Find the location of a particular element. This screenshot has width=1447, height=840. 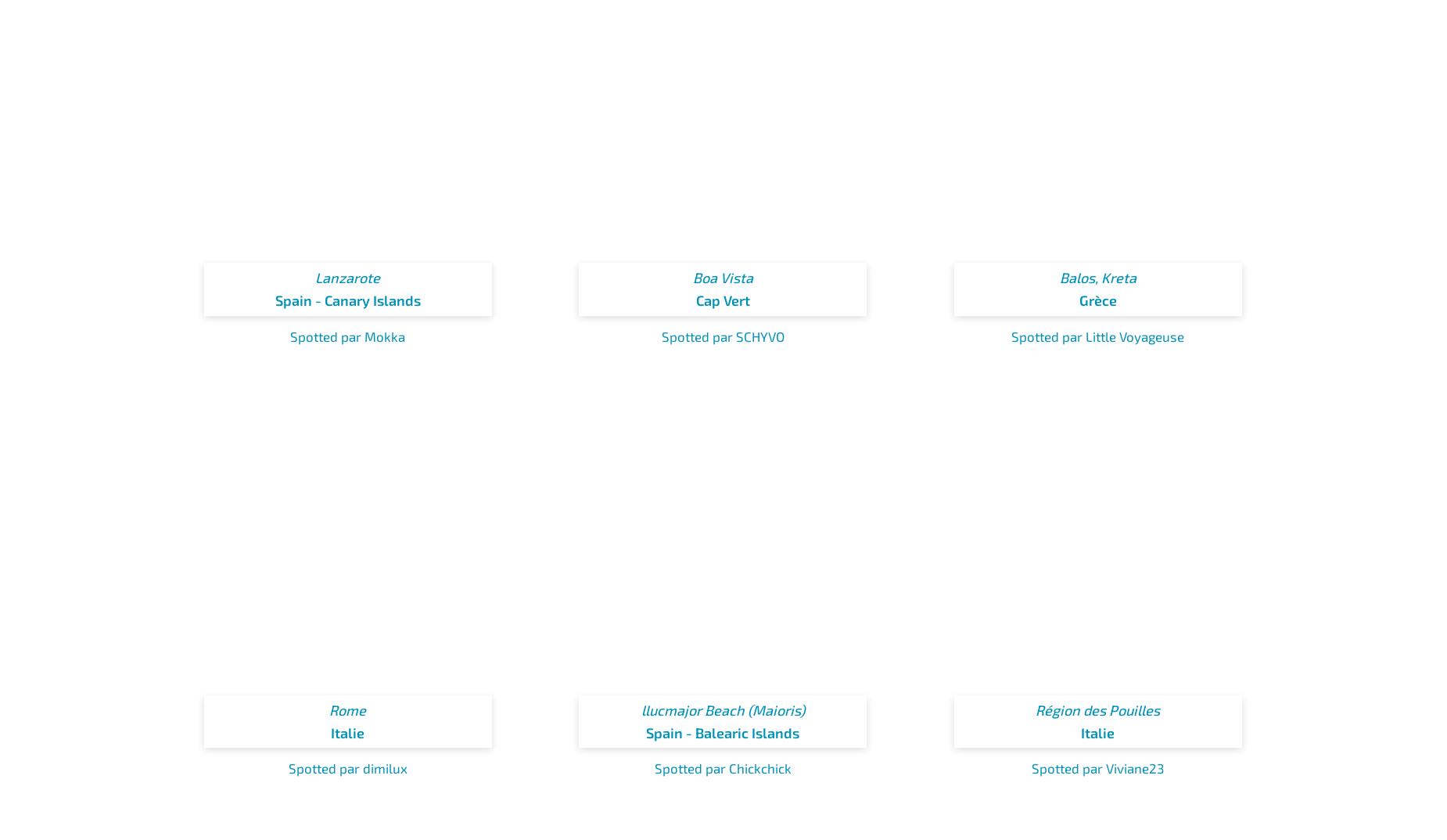

'Spotted par Little Voyageuse' is located at coordinates (1097, 335).